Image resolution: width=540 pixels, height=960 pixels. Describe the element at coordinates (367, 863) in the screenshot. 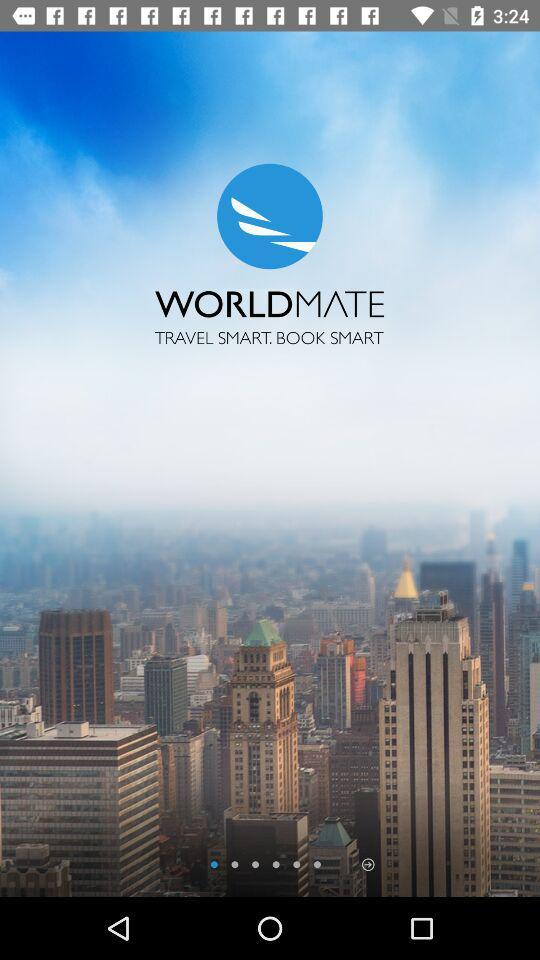

I see `next page` at that location.